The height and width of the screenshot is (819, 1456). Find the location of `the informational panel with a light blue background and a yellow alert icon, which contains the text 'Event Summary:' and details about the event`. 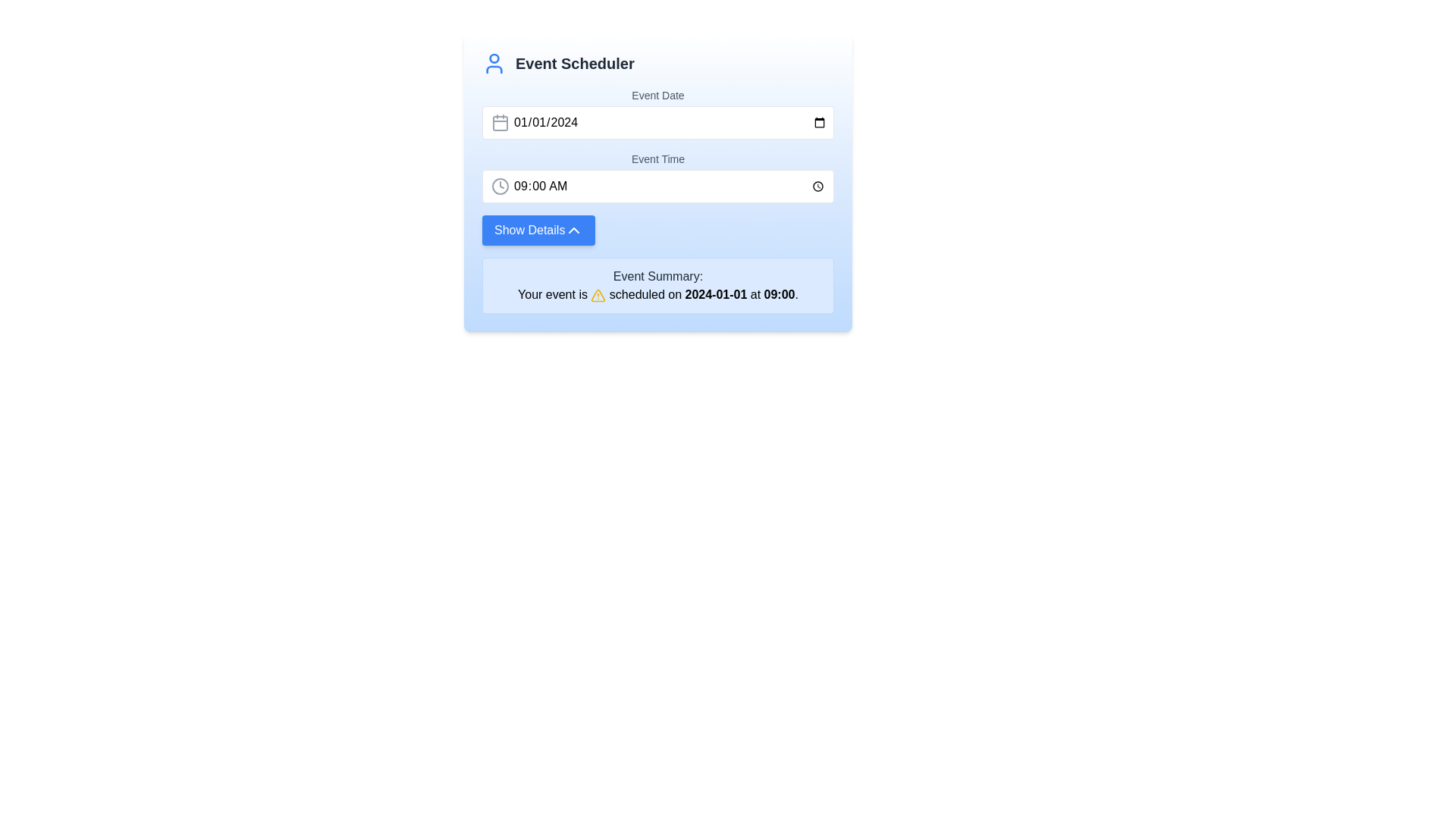

the informational panel with a light blue background and a yellow alert icon, which contains the text 'Event Summary:' and details about the event is located at coordinates (658, 286).